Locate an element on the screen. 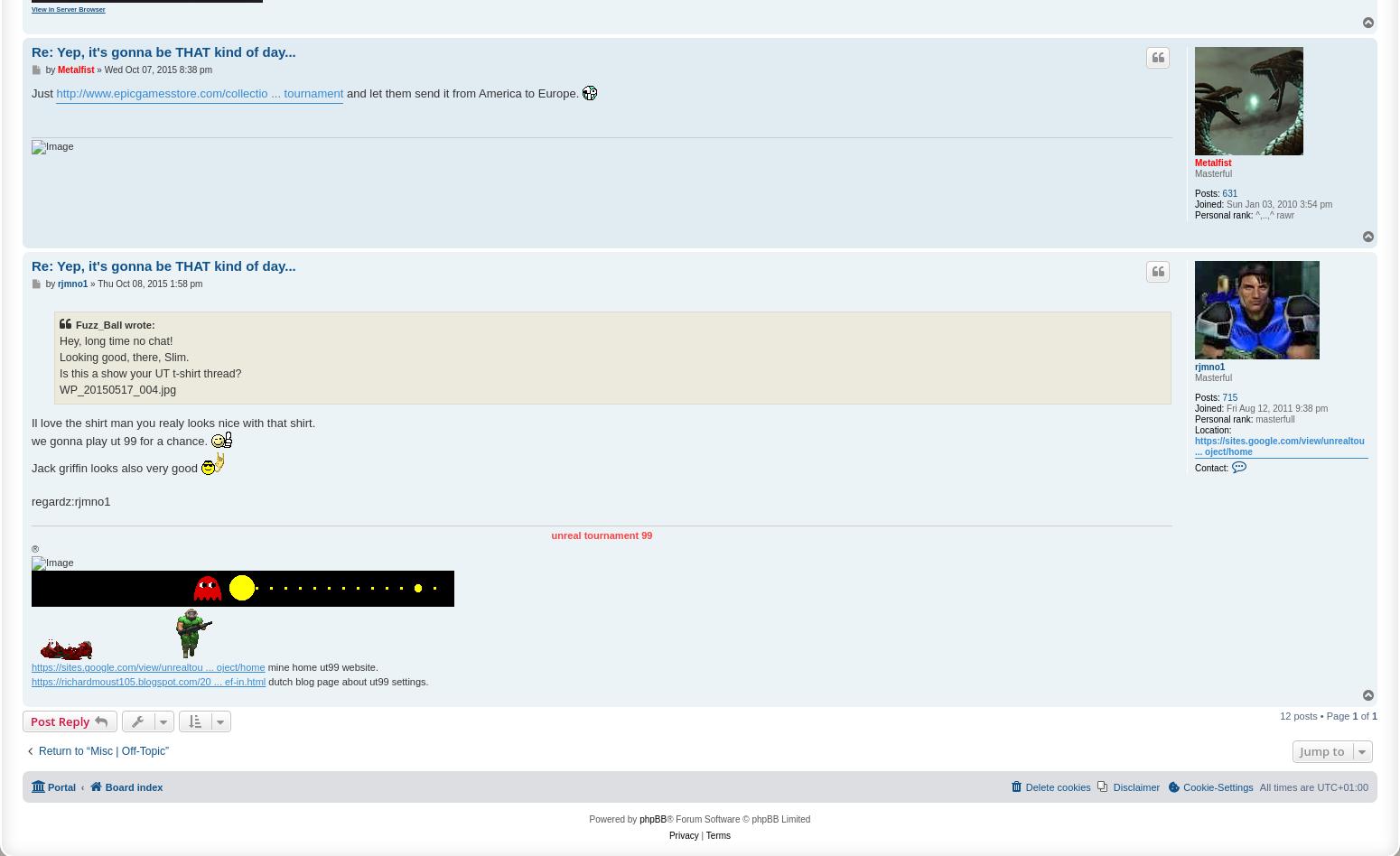 The image size is (1400, 856). 'Wed Oct 07, 2015 8:38 pm' is located at coordinates (156, 70).